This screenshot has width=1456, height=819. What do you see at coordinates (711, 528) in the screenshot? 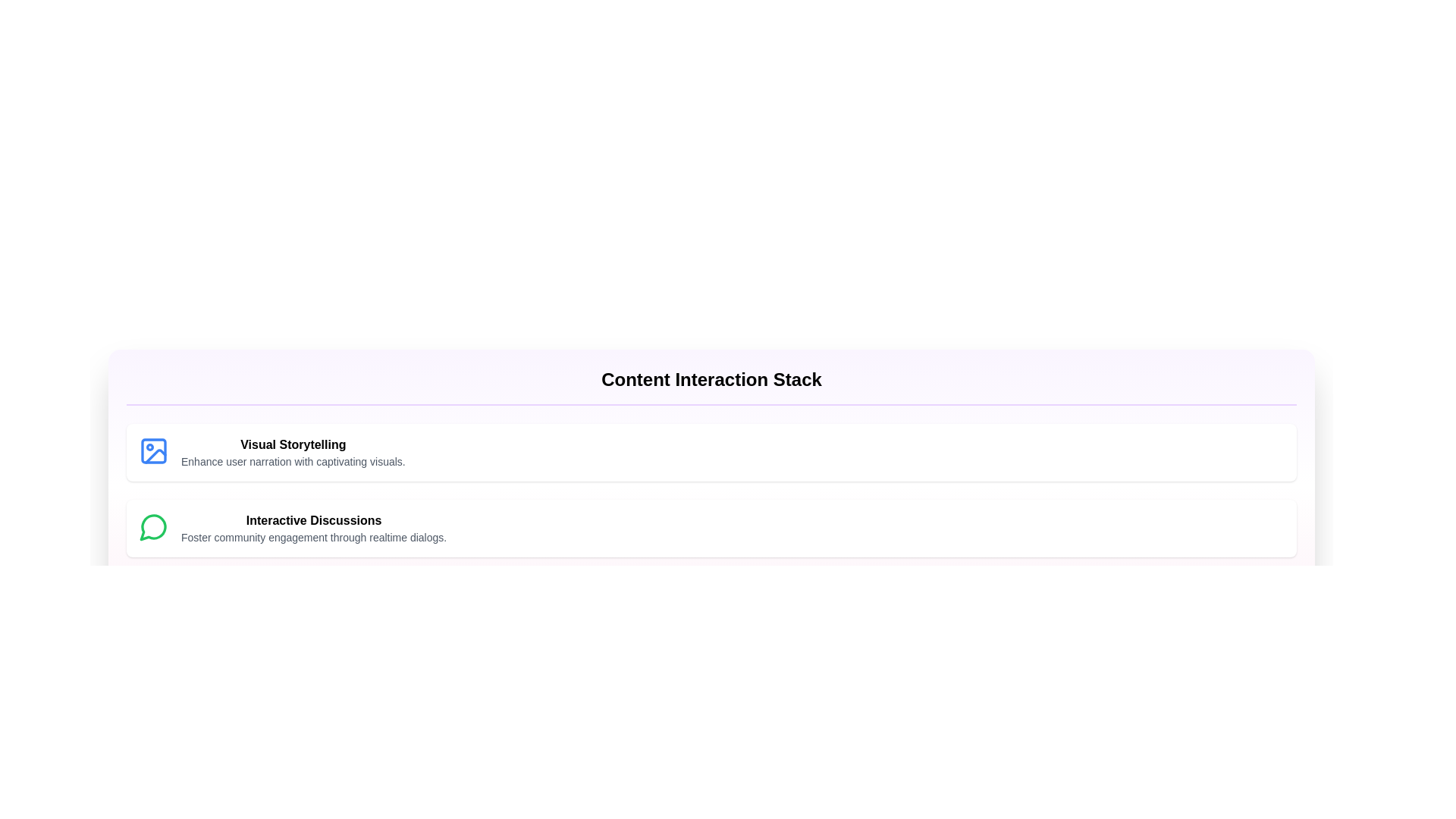
I see `the second Informational Card in the 'Content Interaction Stack'` at bounding box center [711, 528].